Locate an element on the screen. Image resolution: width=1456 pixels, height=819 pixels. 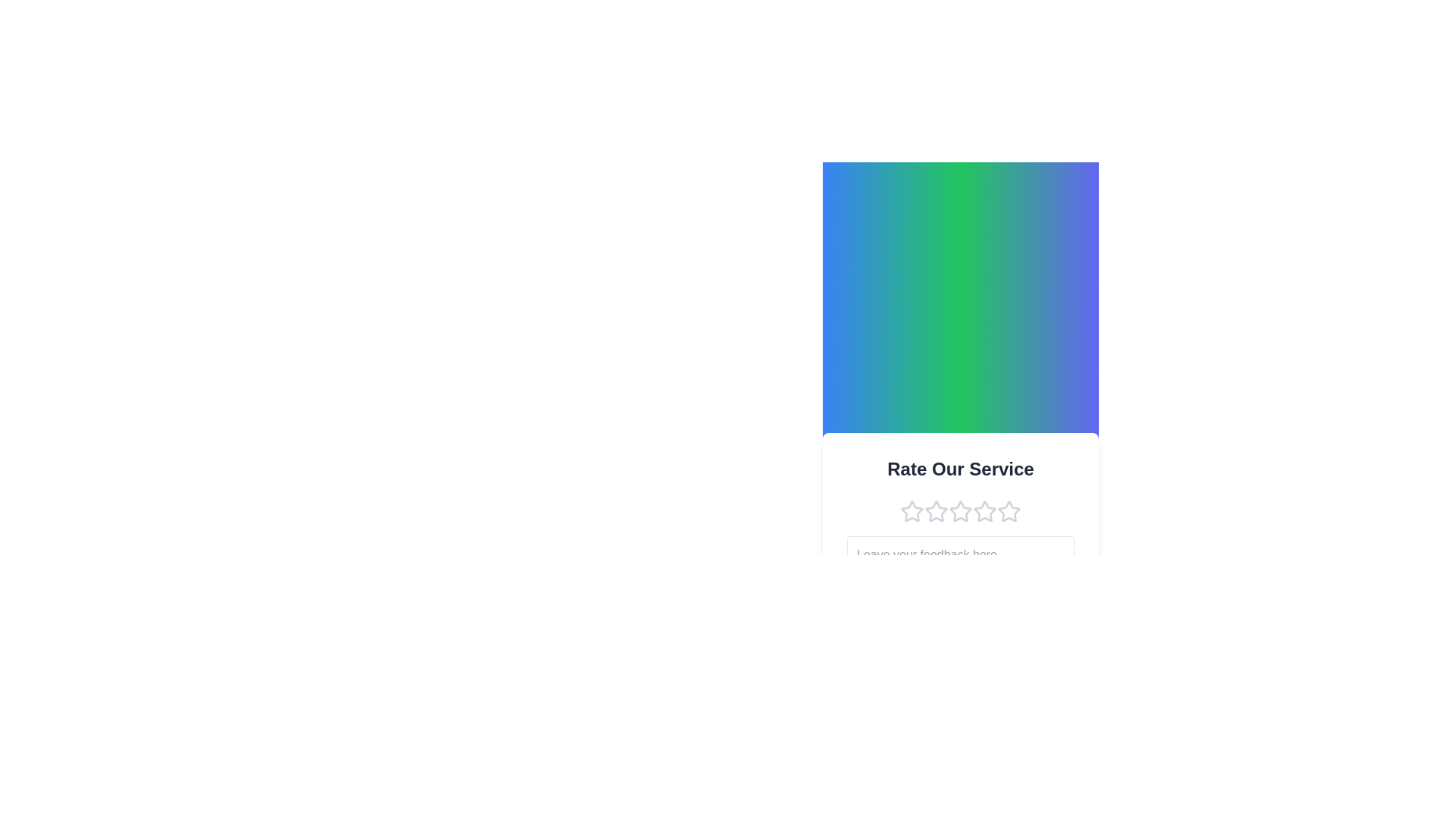
the fourth rating star icon in the row of five, located under the 'Rate Our Service' label is located at coordinates (960, 511).